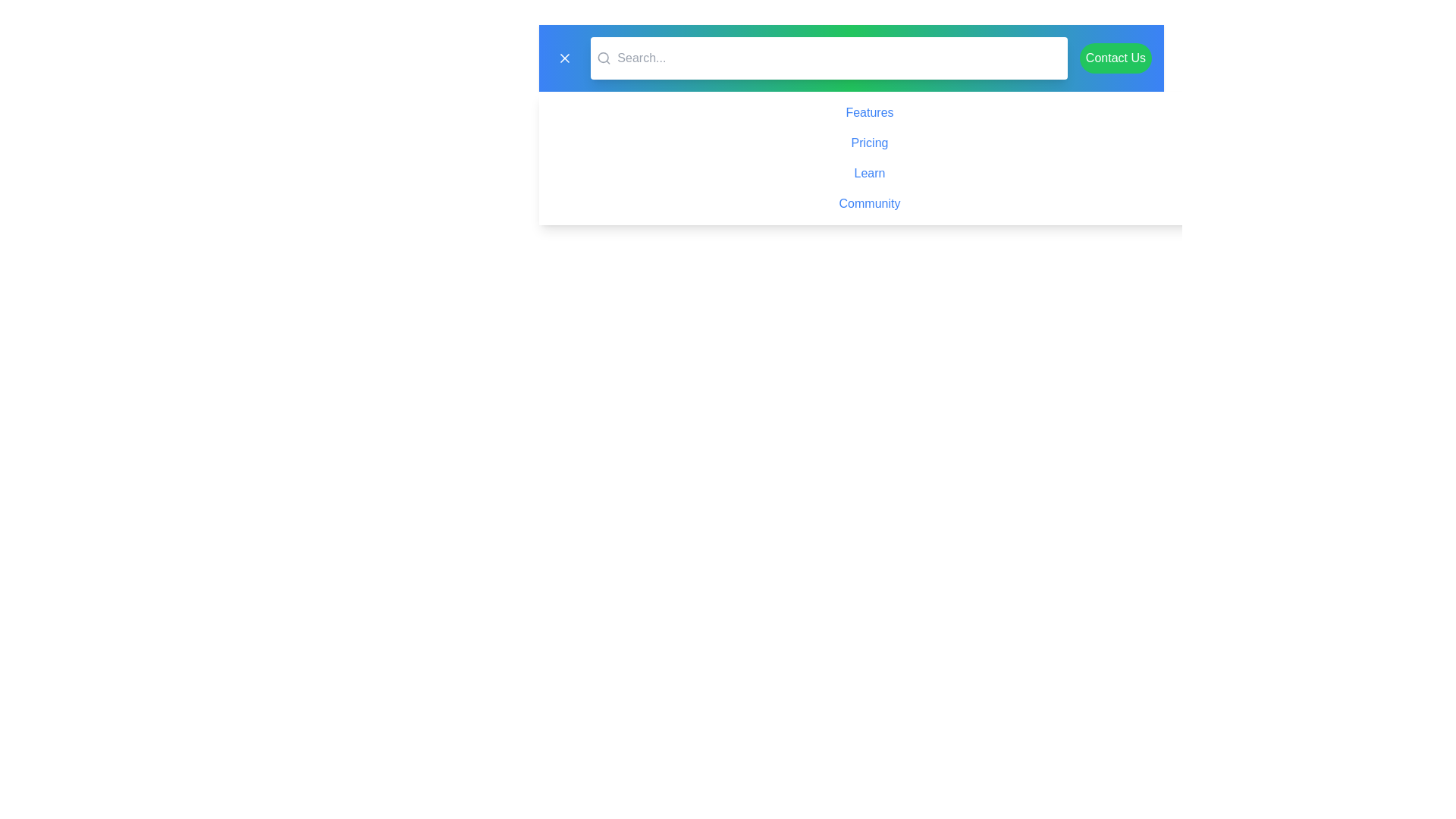  What do you see at coordinates (870, 172) in the screenshot?
I see `the 'Learn' hyperlink, which is the third item in a vertical list of links under the search bar, styled in blue and underlined` at bounding box center [870, 172].